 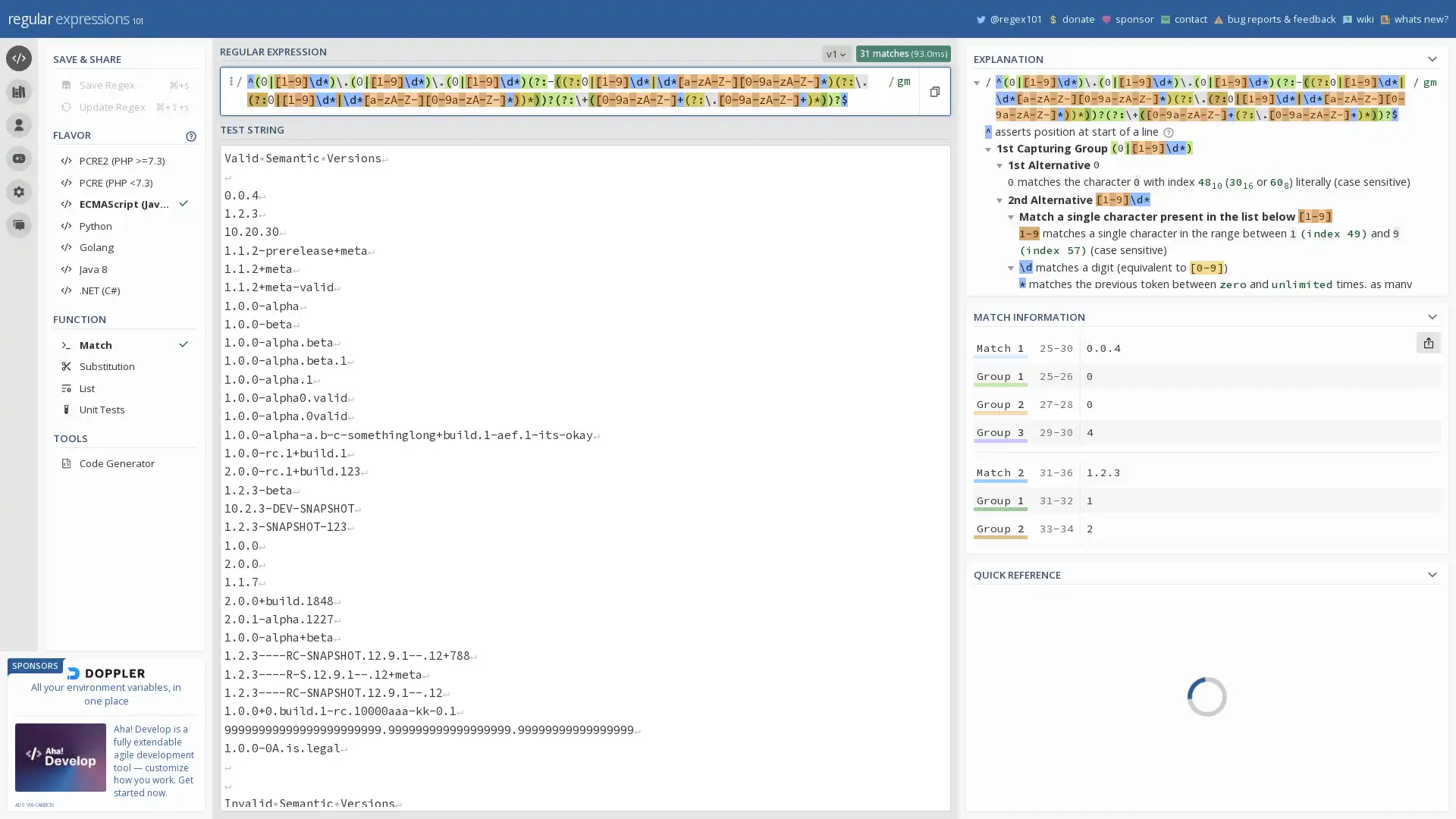 What do you see at coordinates (990, 149) in the screenshot?
I see `Collapse Subtree` at bounding box center [990, 149].